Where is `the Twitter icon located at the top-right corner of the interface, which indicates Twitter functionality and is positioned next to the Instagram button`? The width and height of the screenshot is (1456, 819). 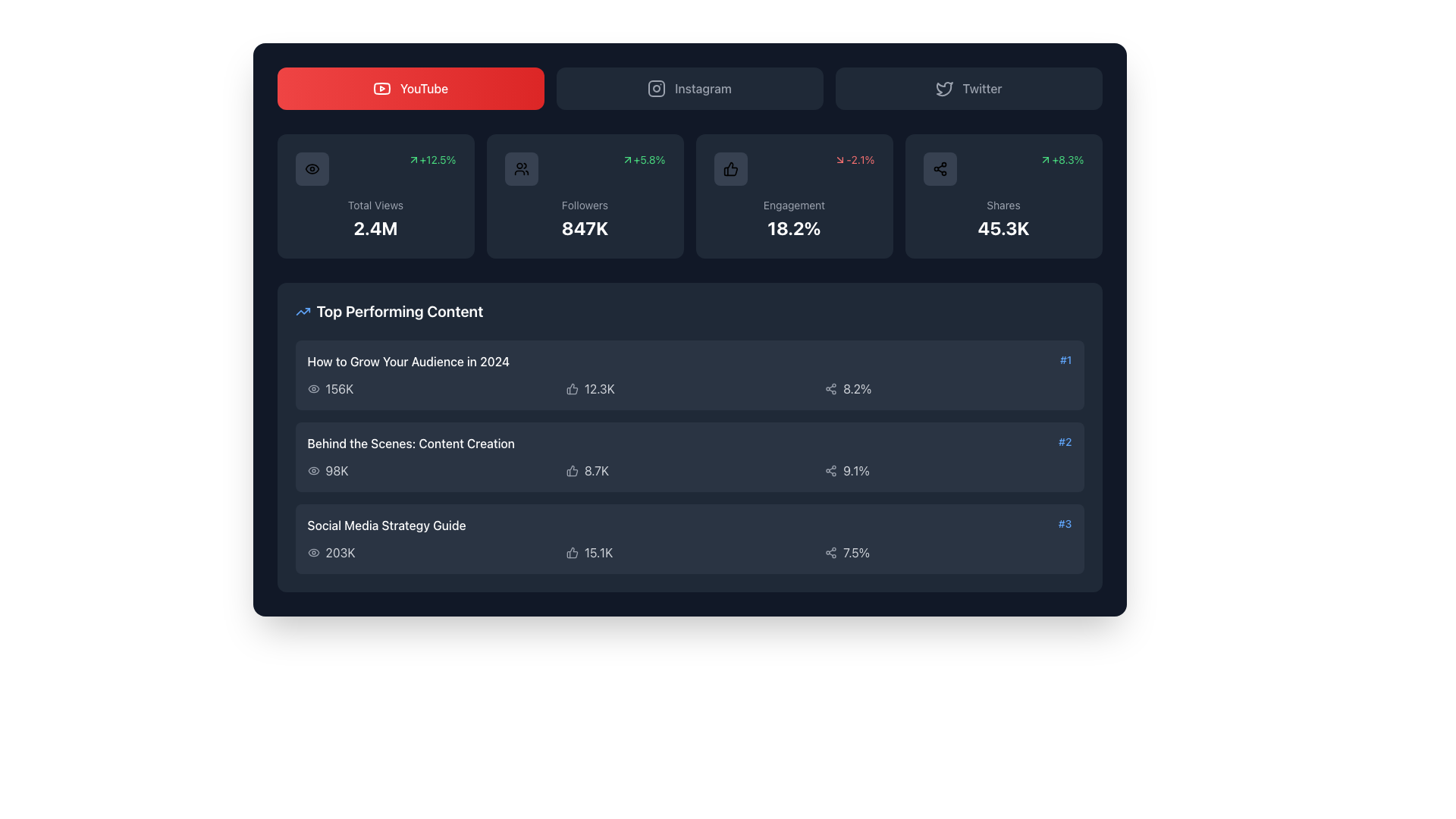 the Twitter icon located at the top-right corner of the interface, which indicates Twitter functionality and is positioned next to the Instagram button is located at coordinates (943, 88).